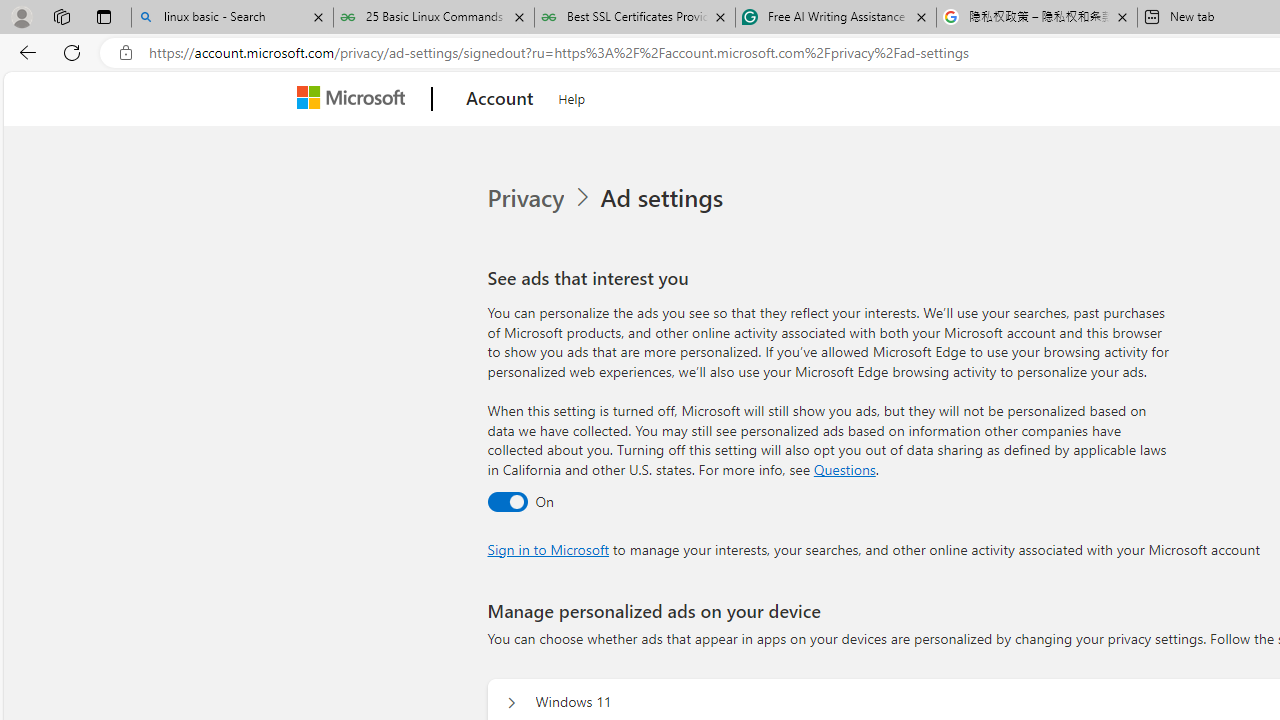 The height and width of the screenshot is (720, 1280). I want to click on 'Microsoft', so click(355, 99).